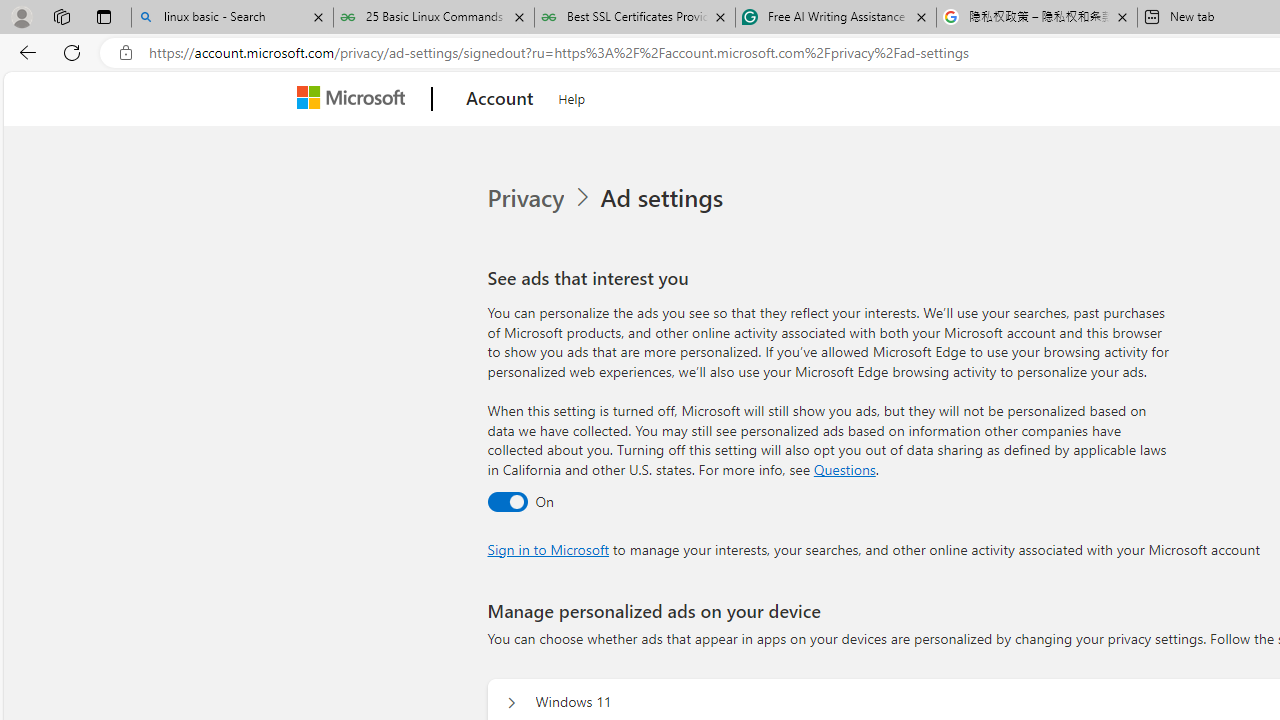 The height and width of the screenshot is (720, 1280). I want to click on 'Microsoft', so click(355, 99).